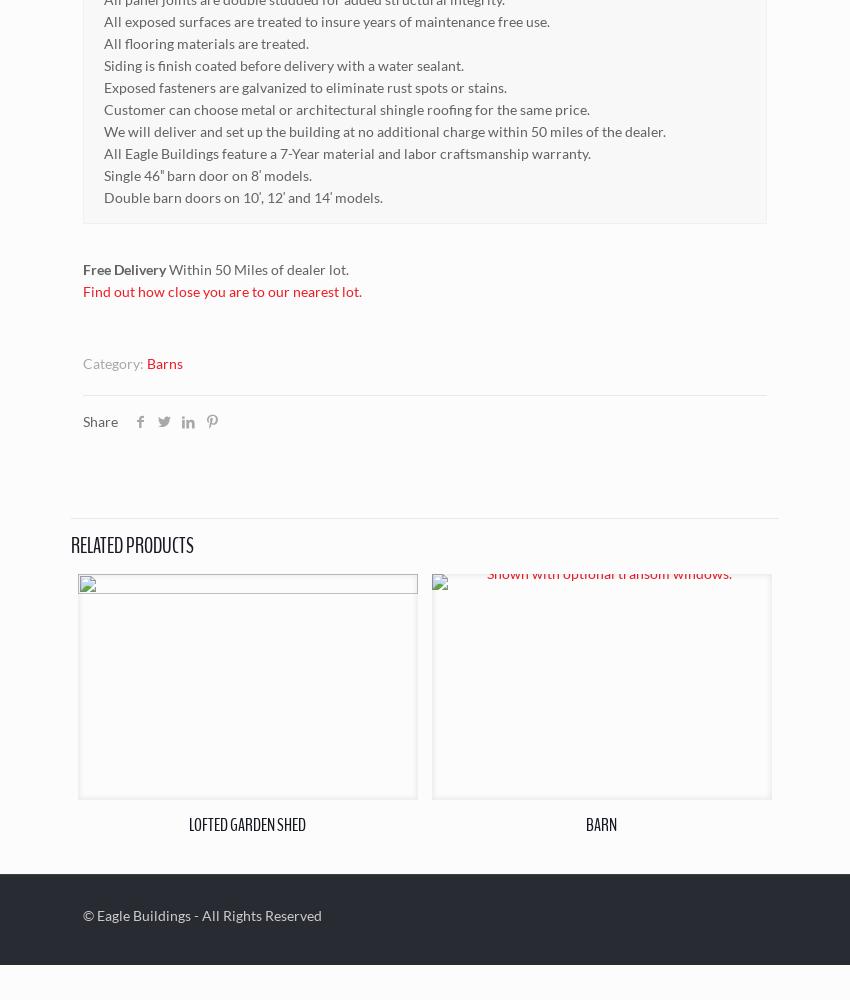  I want to click on 'Double barn doors on 10′, 12′ and 14′ models.', so click(243, 195).